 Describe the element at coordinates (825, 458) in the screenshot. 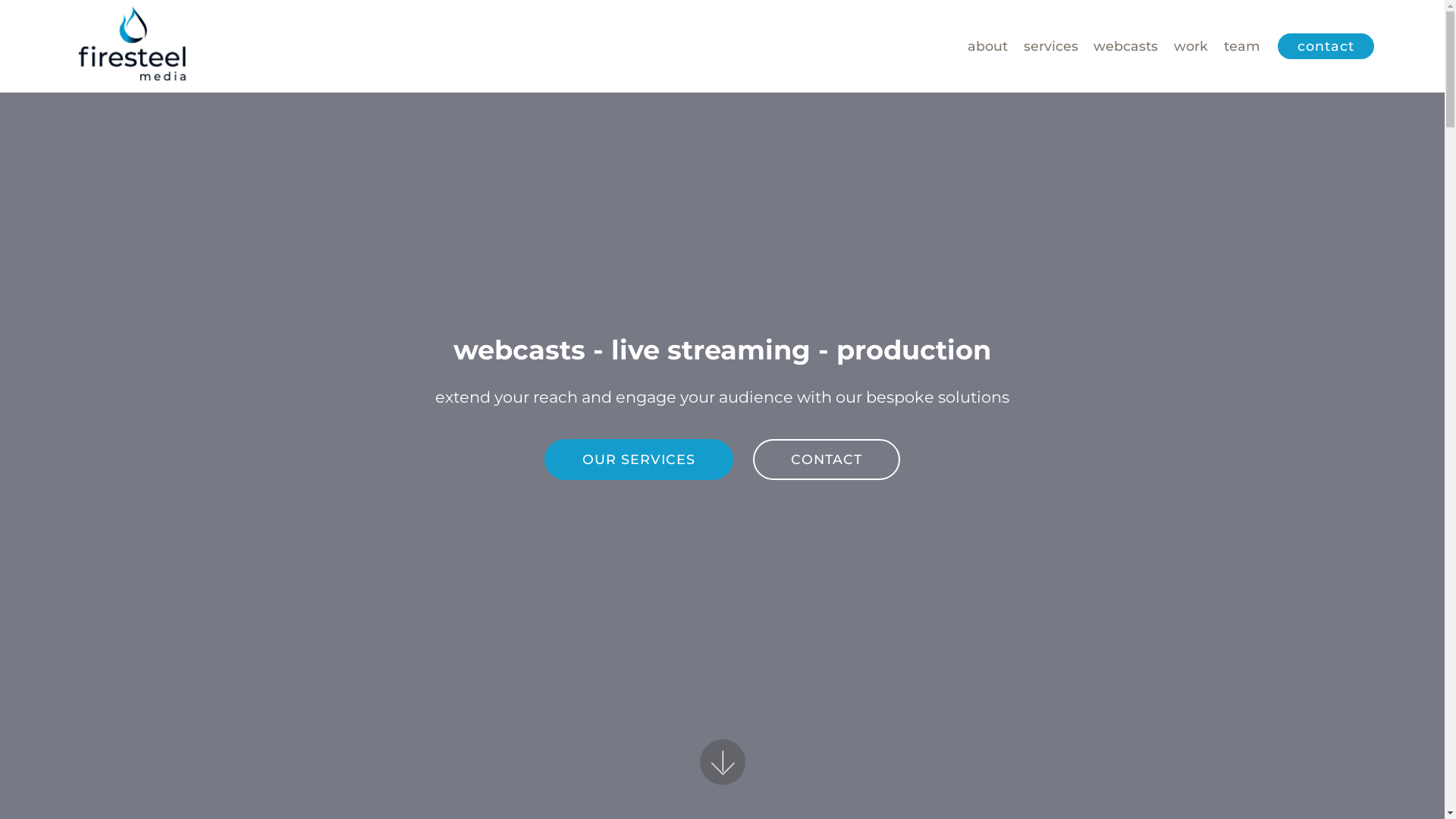

I see `'CONTACT'` at that location.